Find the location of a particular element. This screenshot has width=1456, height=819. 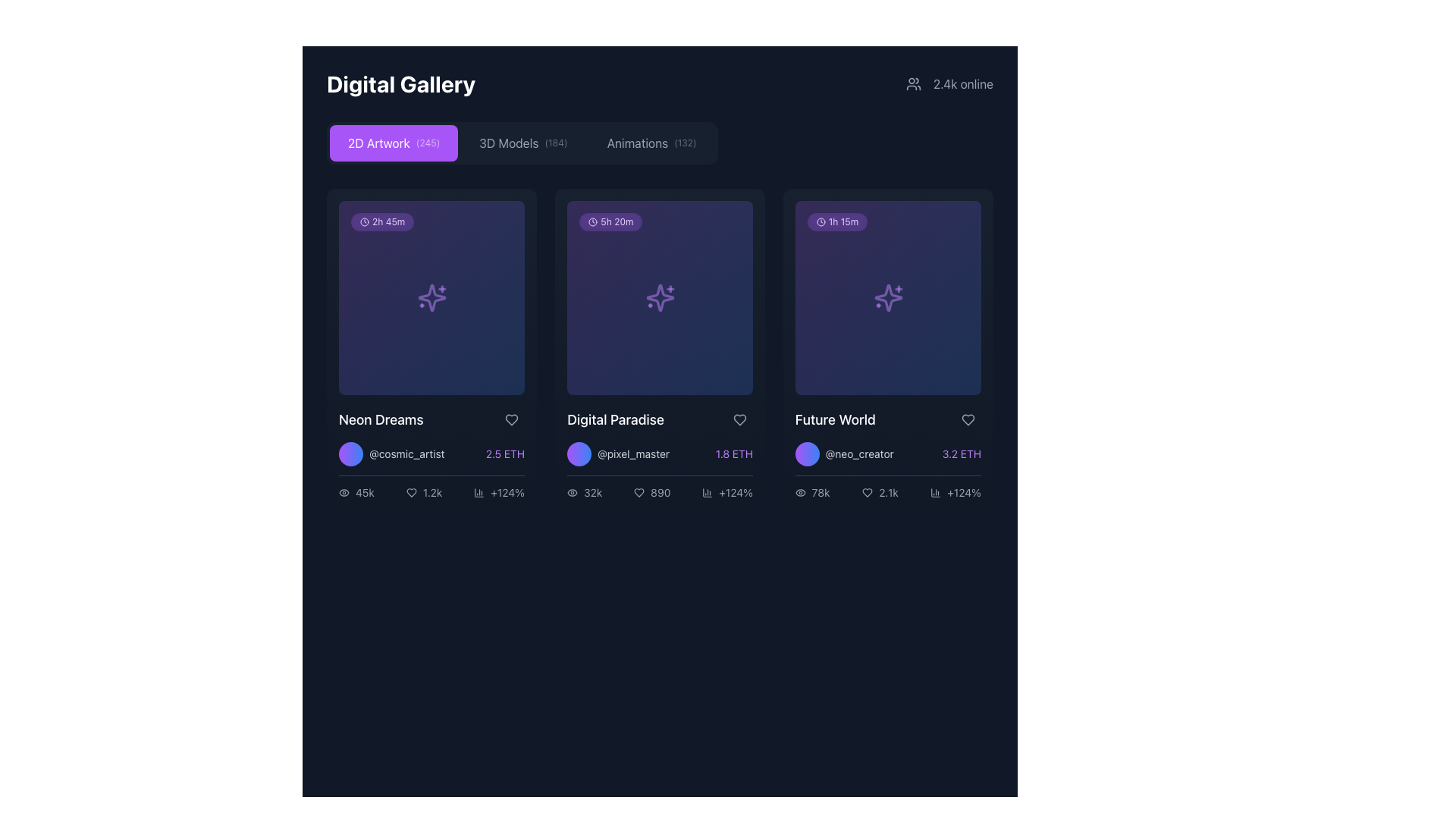

the heart-shaped button outlined in white, located below the 'Neon Dreams' NFT card, to observe potential tooltips is located at coordinates (512, 420).